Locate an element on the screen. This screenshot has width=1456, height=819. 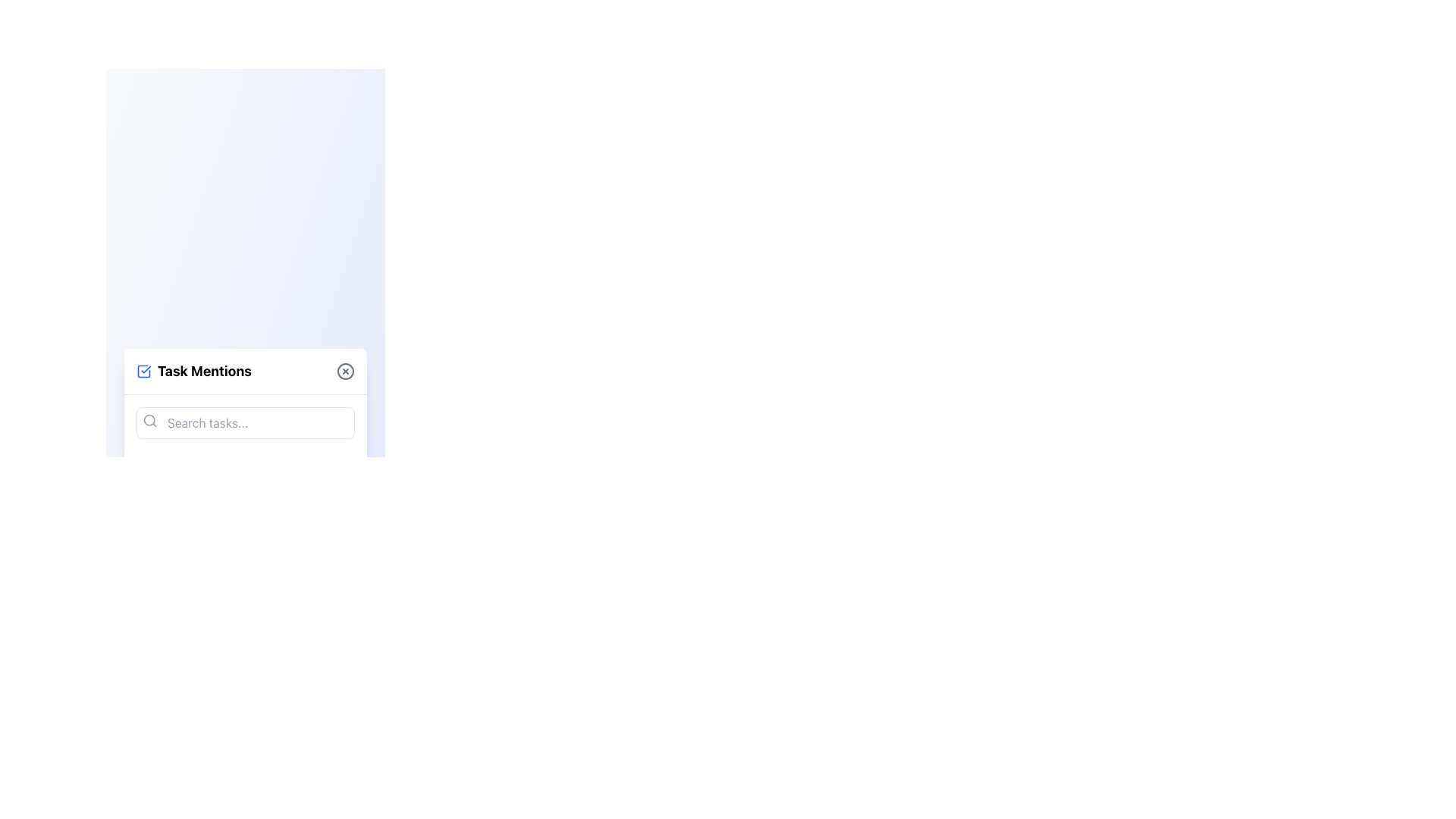
the circular button with a cross icon located in the top-right corner of the 'Task Mentions' panel is located at coordinates (345, 371).